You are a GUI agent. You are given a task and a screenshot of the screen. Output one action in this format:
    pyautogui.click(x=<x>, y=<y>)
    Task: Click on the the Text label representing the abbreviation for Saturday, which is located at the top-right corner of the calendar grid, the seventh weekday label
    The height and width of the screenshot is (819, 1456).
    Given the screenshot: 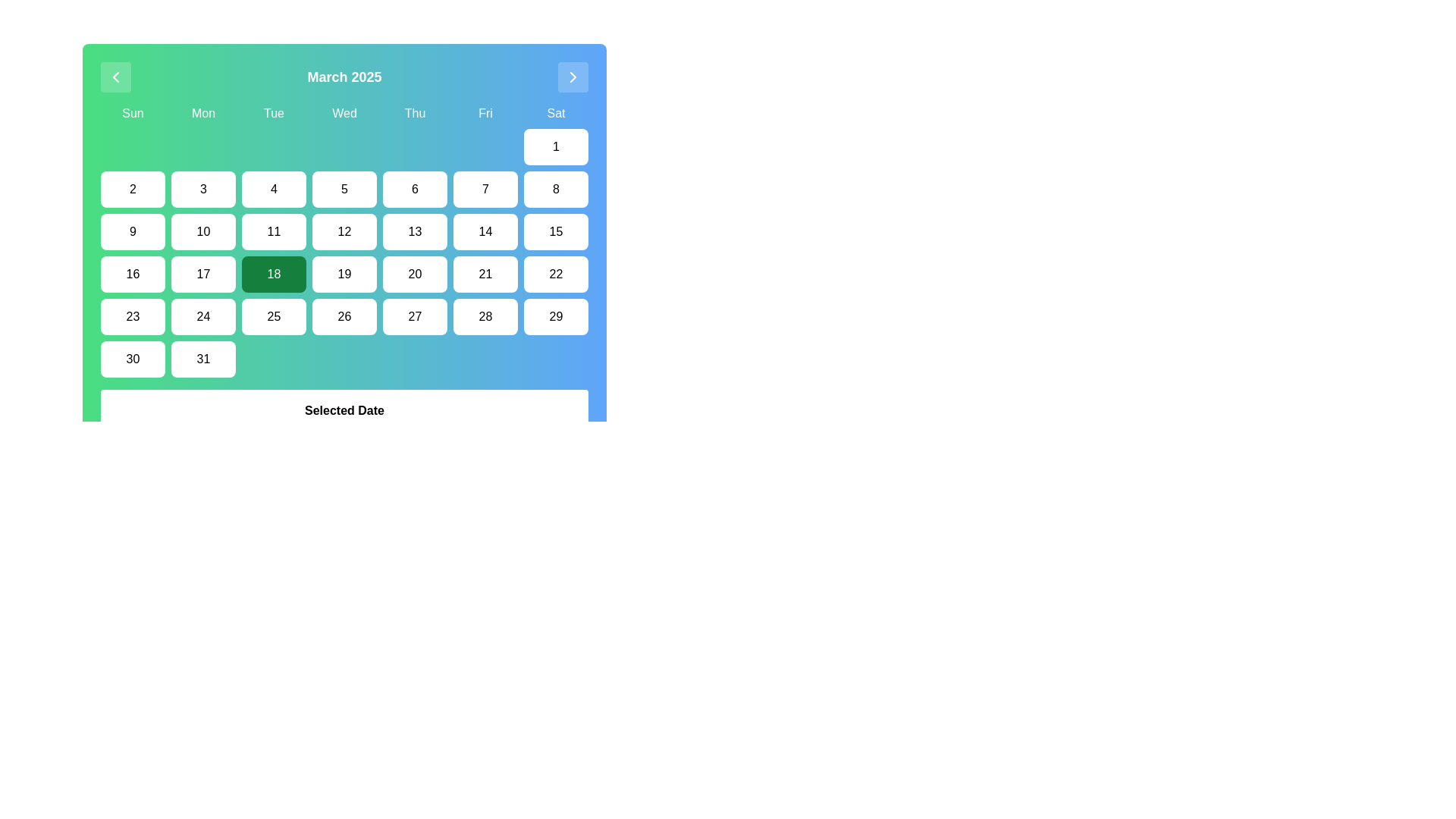 What is the action you would take?
    pyautogui.click(x=555, y=113)
    